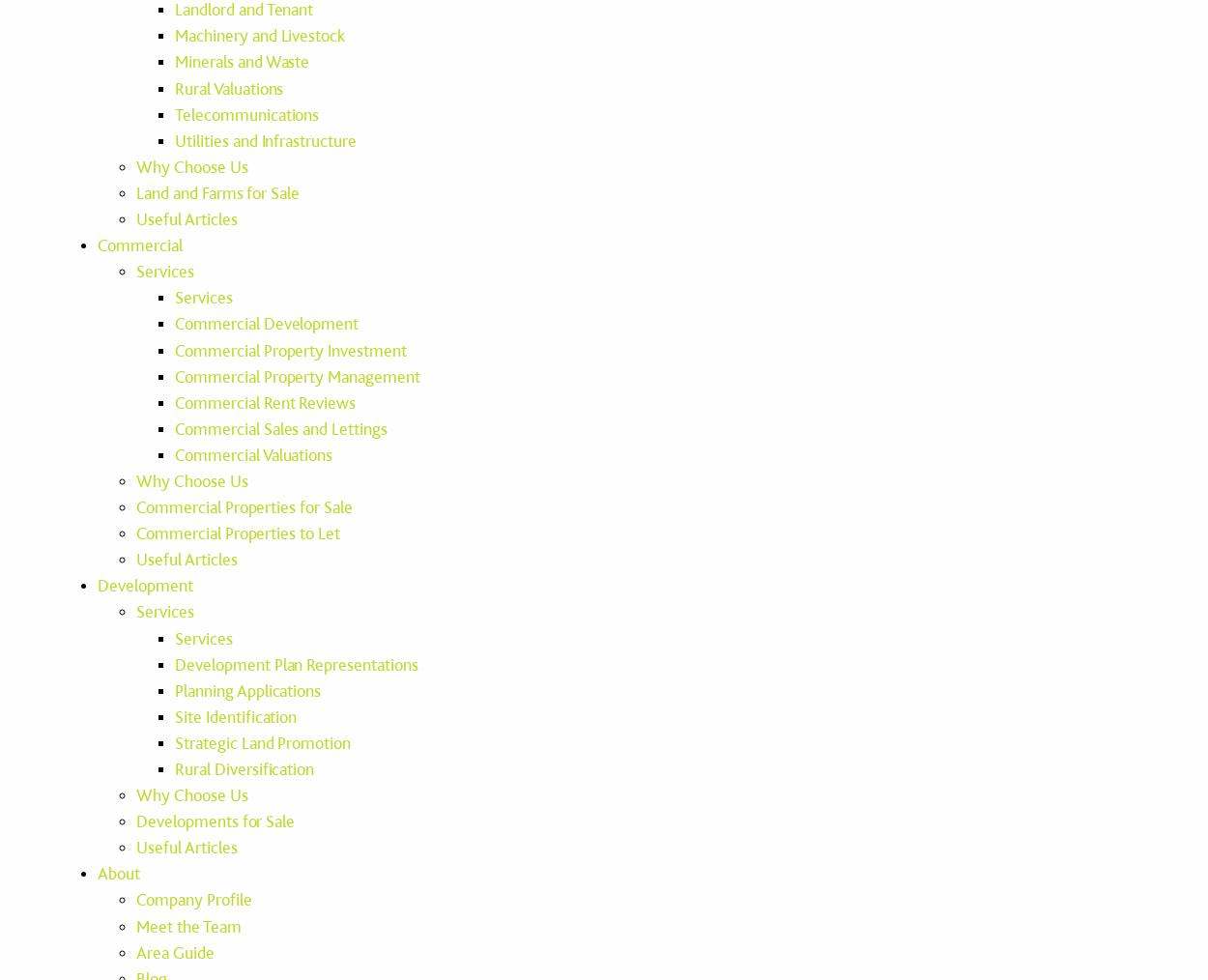 Image resolution: width=1208 pixels, height=980 pixels. I want to click on 'Utilities and Infrastructure', so click(175, 140).